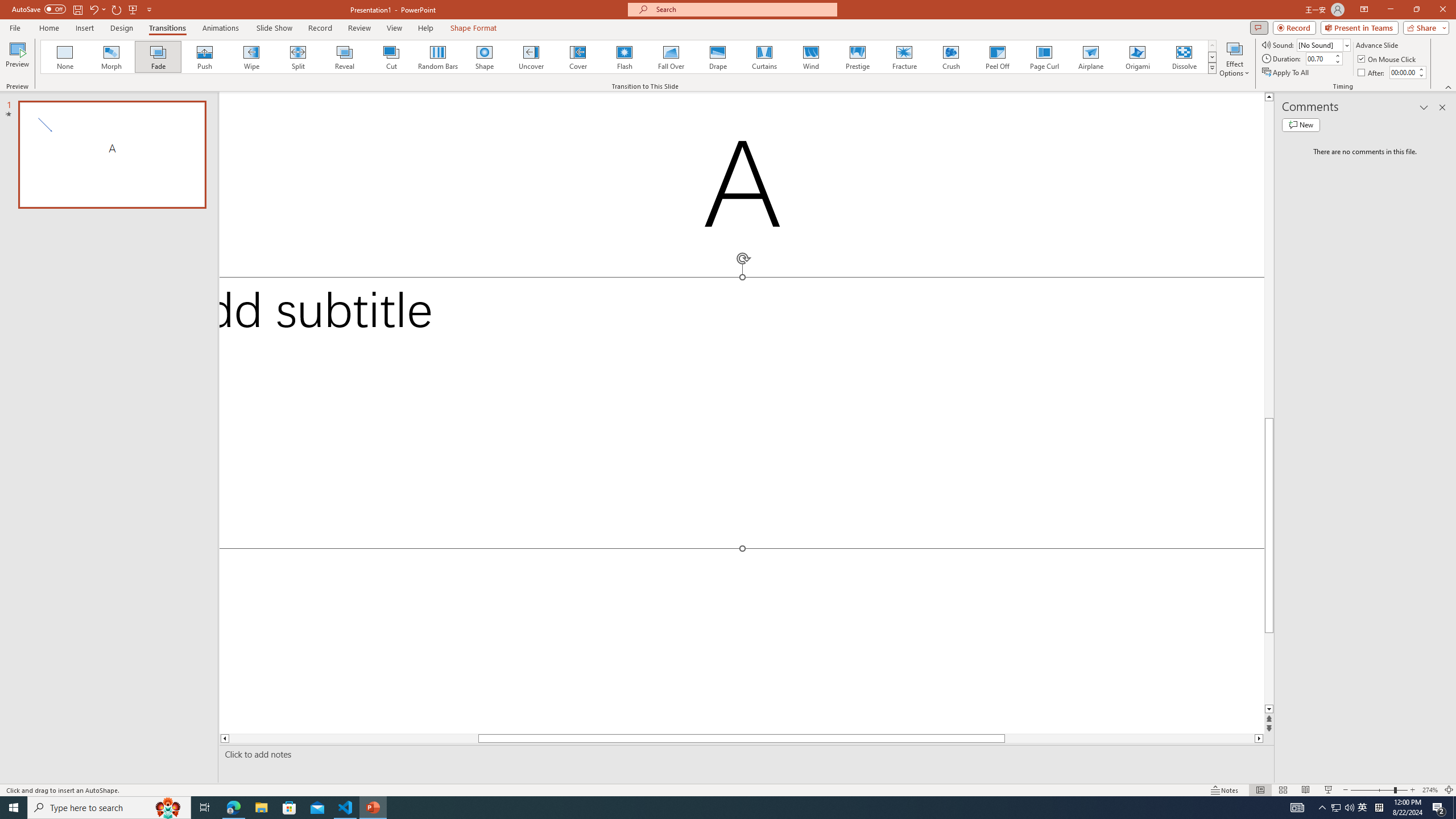 The height and width of the screenshot is (819, 1456). What do you see at coordinates (251, 56) in the screenshot?
I see `'Wipe'` at bounding box center [251, 56].